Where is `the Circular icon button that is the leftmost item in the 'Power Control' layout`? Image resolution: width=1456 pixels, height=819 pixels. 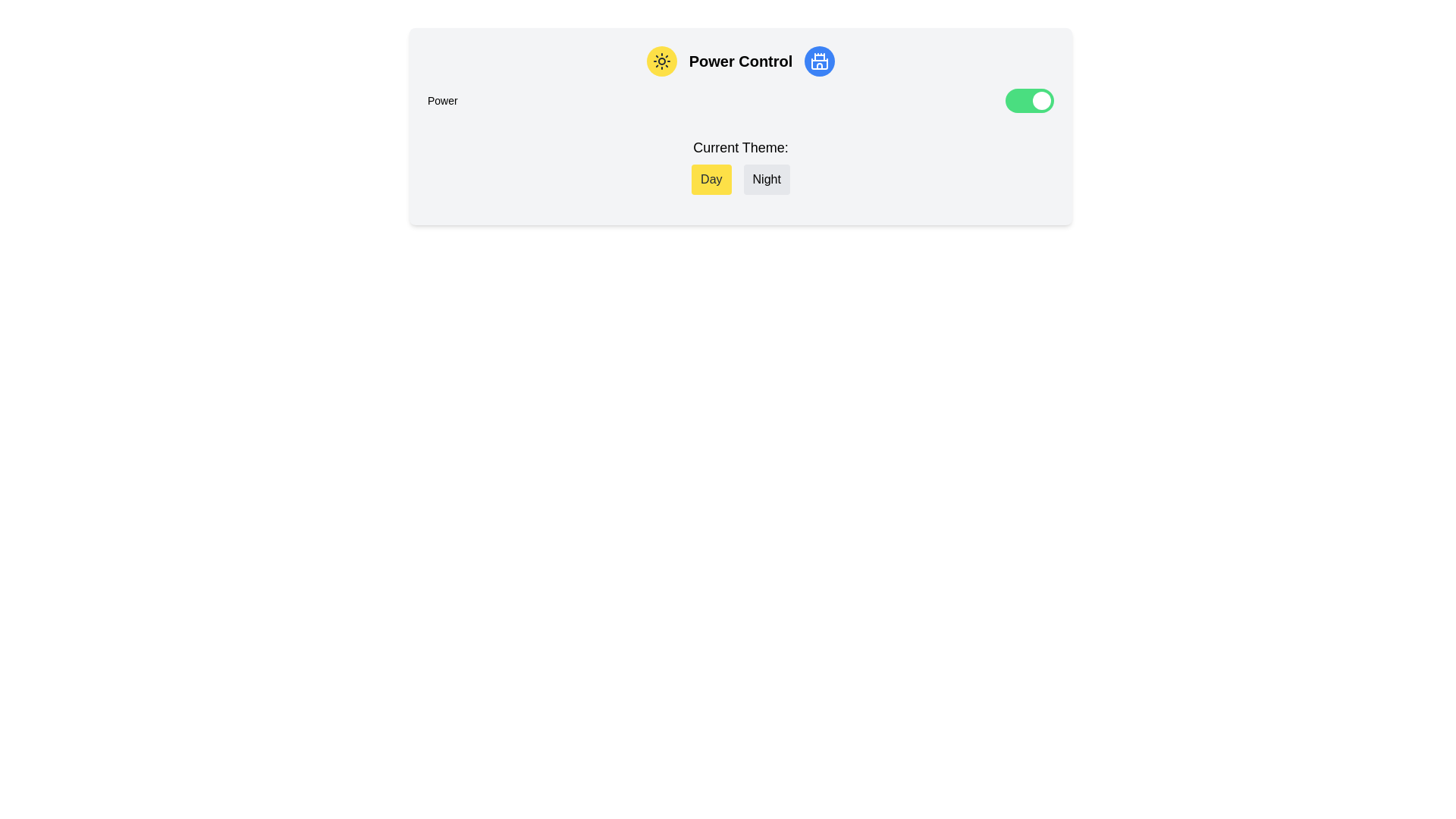
the Circular icon button that is the leftmost item in the 'Power Control' layout is located at coordinates (661, 61).